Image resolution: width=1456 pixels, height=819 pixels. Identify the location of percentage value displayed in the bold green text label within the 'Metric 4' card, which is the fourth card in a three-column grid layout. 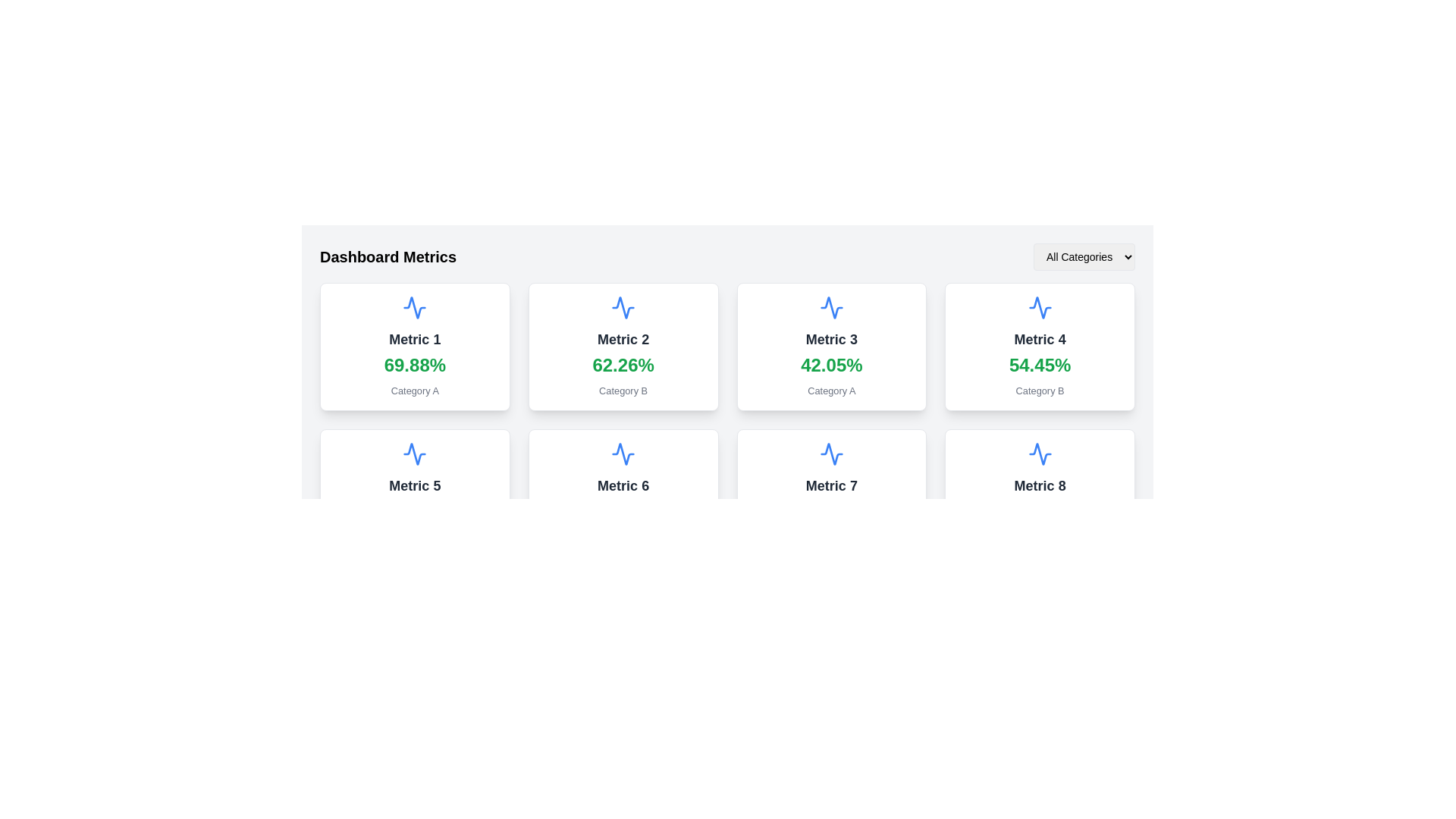
(1039, 366).